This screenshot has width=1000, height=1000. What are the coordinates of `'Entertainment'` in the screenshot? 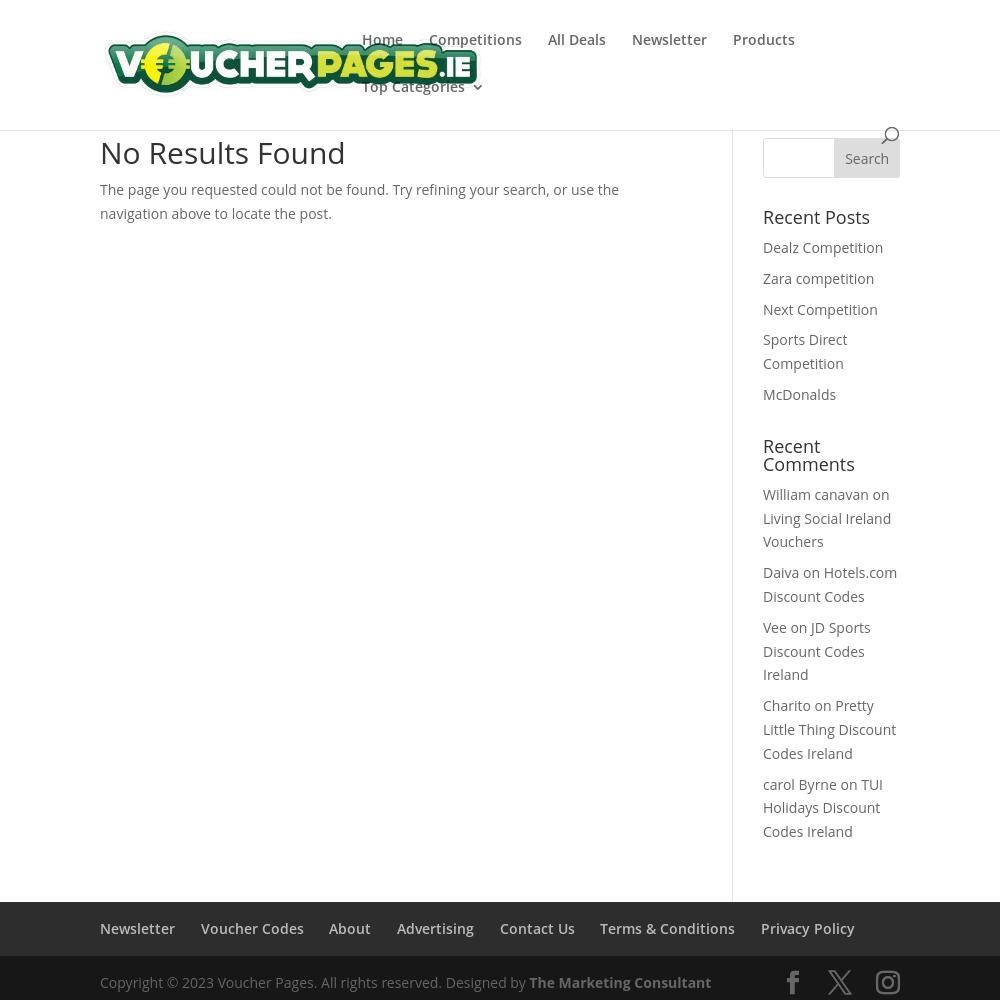 It's located at (451, 368).